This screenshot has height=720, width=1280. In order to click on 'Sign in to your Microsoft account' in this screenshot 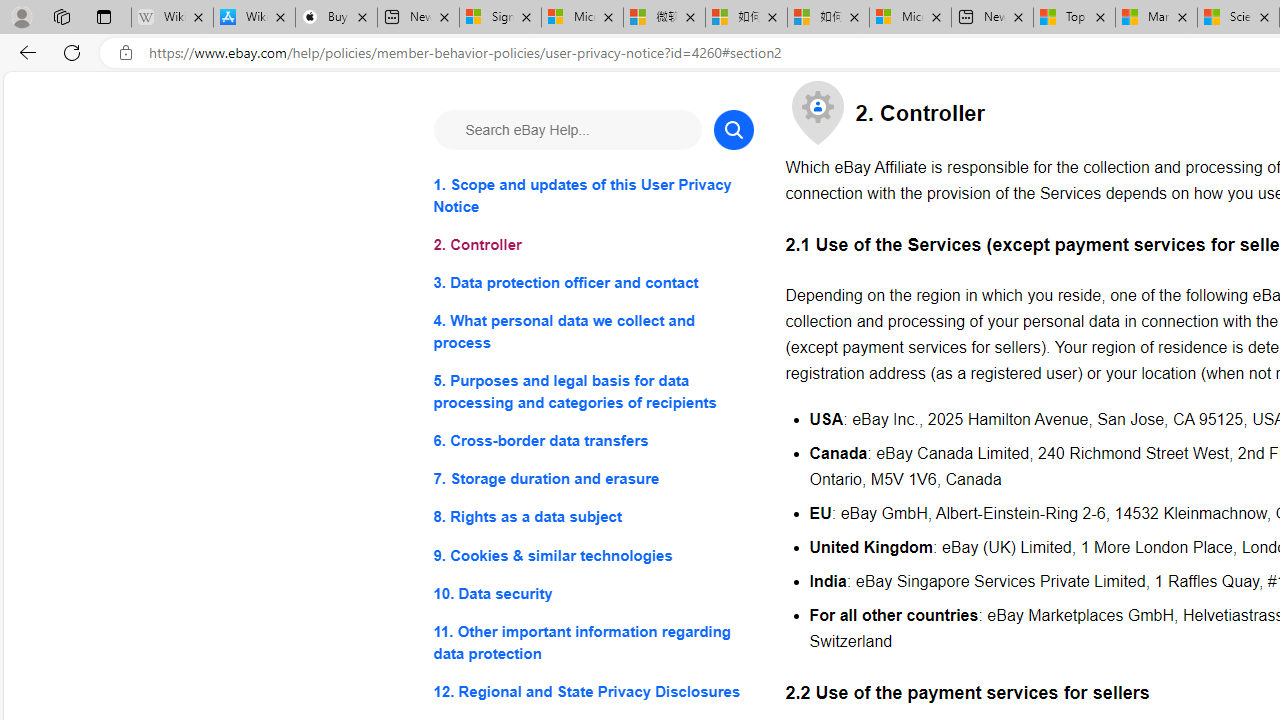, I will do `click(500, 17)`.